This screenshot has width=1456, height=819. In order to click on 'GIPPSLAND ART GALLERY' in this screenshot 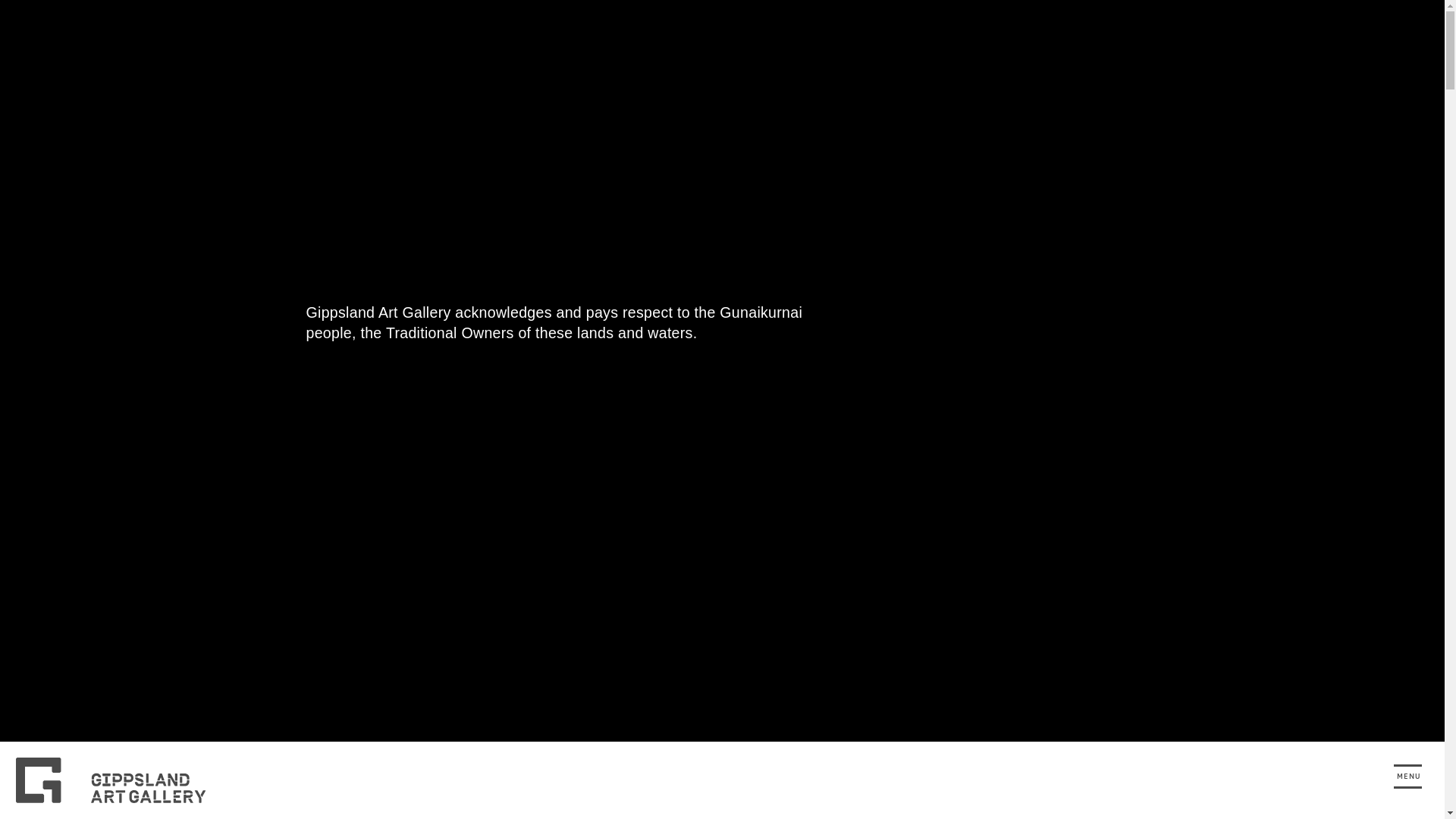, I will do `click(119, 780)`.